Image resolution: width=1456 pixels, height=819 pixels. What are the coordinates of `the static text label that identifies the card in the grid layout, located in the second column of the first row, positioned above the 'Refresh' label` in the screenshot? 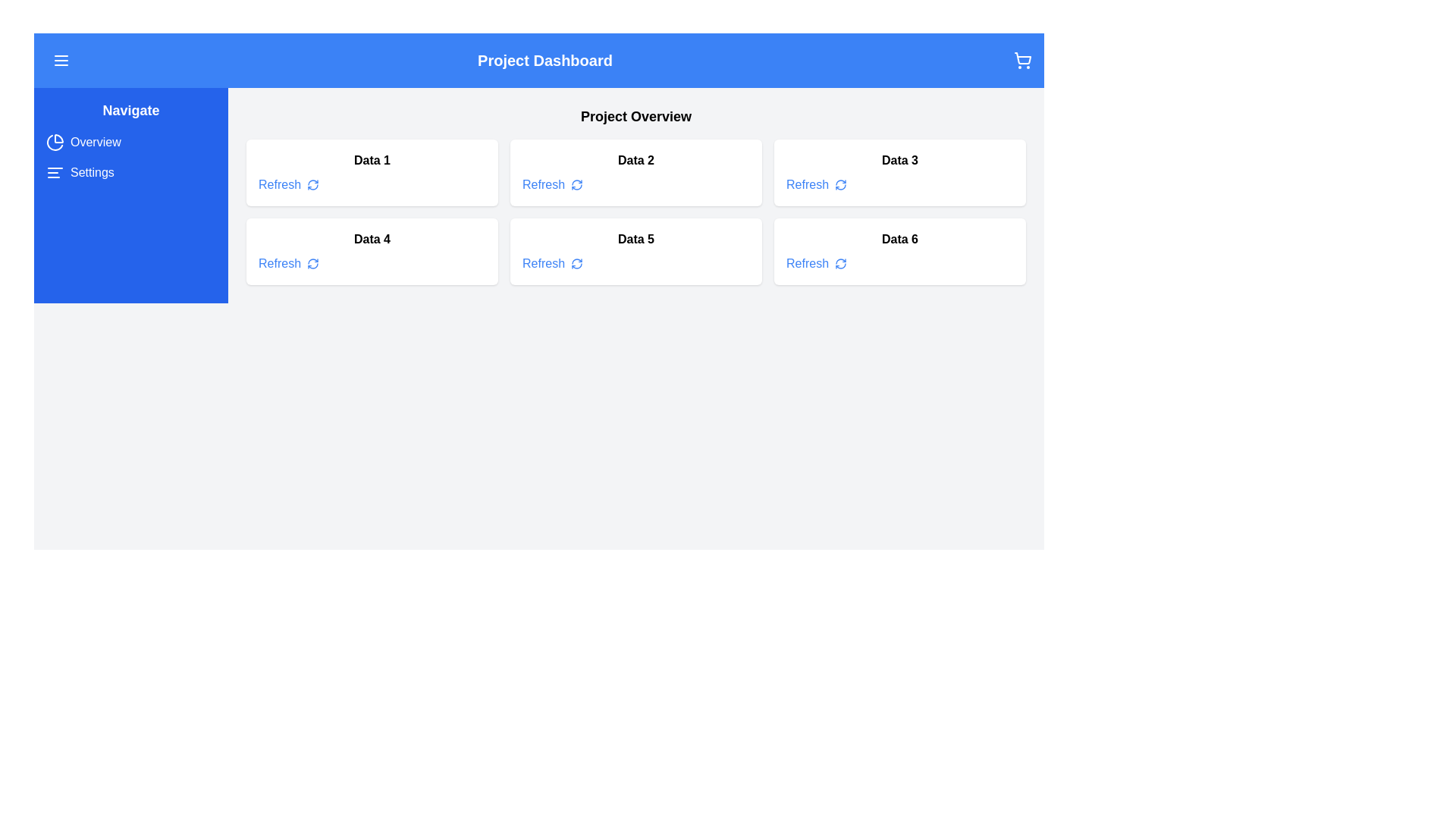 It's located at (636, 161).